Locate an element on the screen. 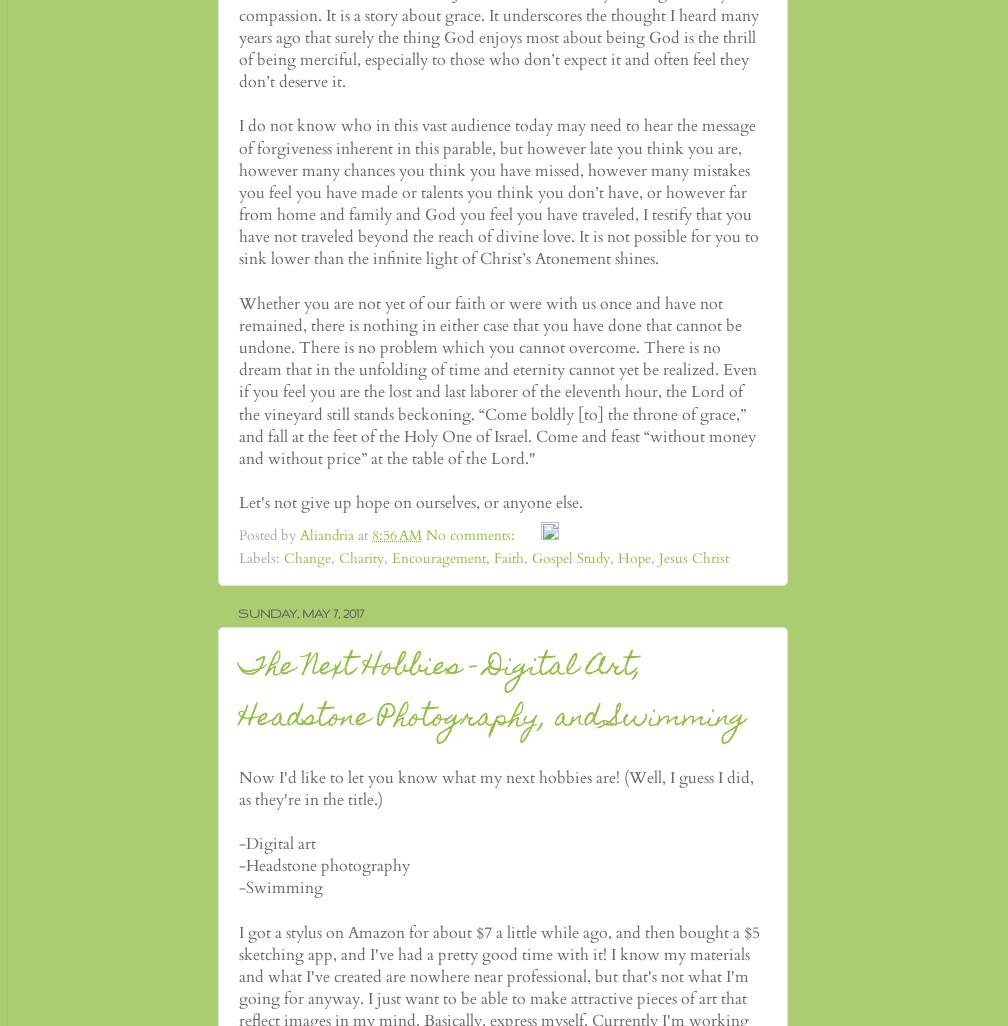  '-Headstone photography' is located at coordinates (324, 866).